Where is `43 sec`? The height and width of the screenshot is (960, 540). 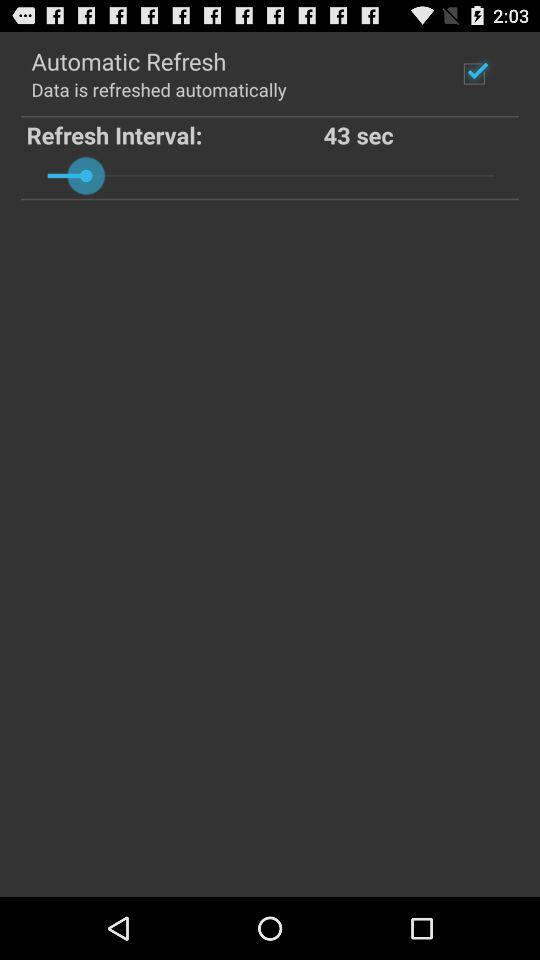 43 sec is located at coordinates (418, 133).